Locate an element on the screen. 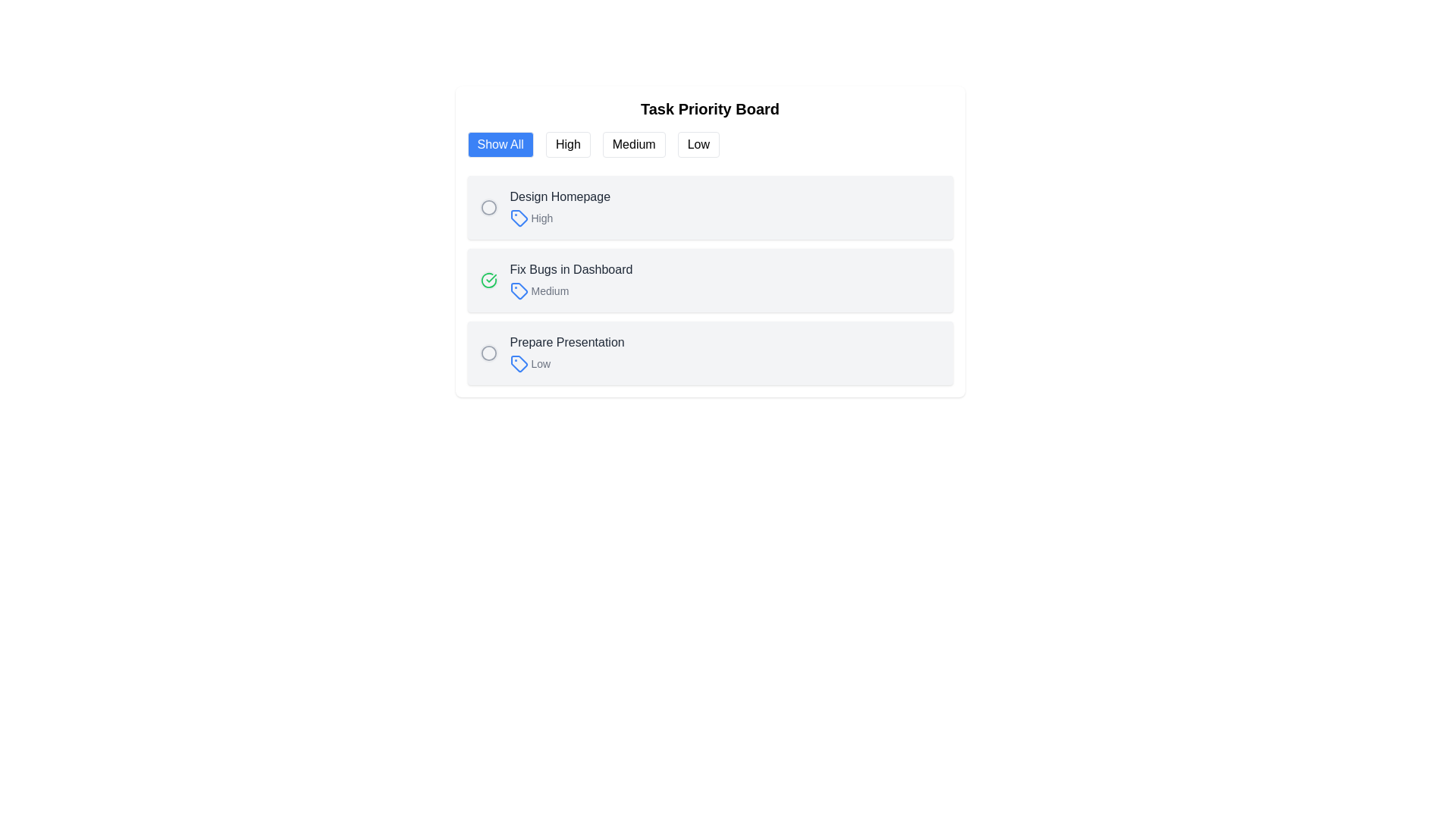 Image resolution: width=1456 pixels, height=819 pixels. the circular button with a gray border and a centered hollow circle icon, located in the first task item under 'Design Homepage' in the task priority board is located at coordinates (488, 207).